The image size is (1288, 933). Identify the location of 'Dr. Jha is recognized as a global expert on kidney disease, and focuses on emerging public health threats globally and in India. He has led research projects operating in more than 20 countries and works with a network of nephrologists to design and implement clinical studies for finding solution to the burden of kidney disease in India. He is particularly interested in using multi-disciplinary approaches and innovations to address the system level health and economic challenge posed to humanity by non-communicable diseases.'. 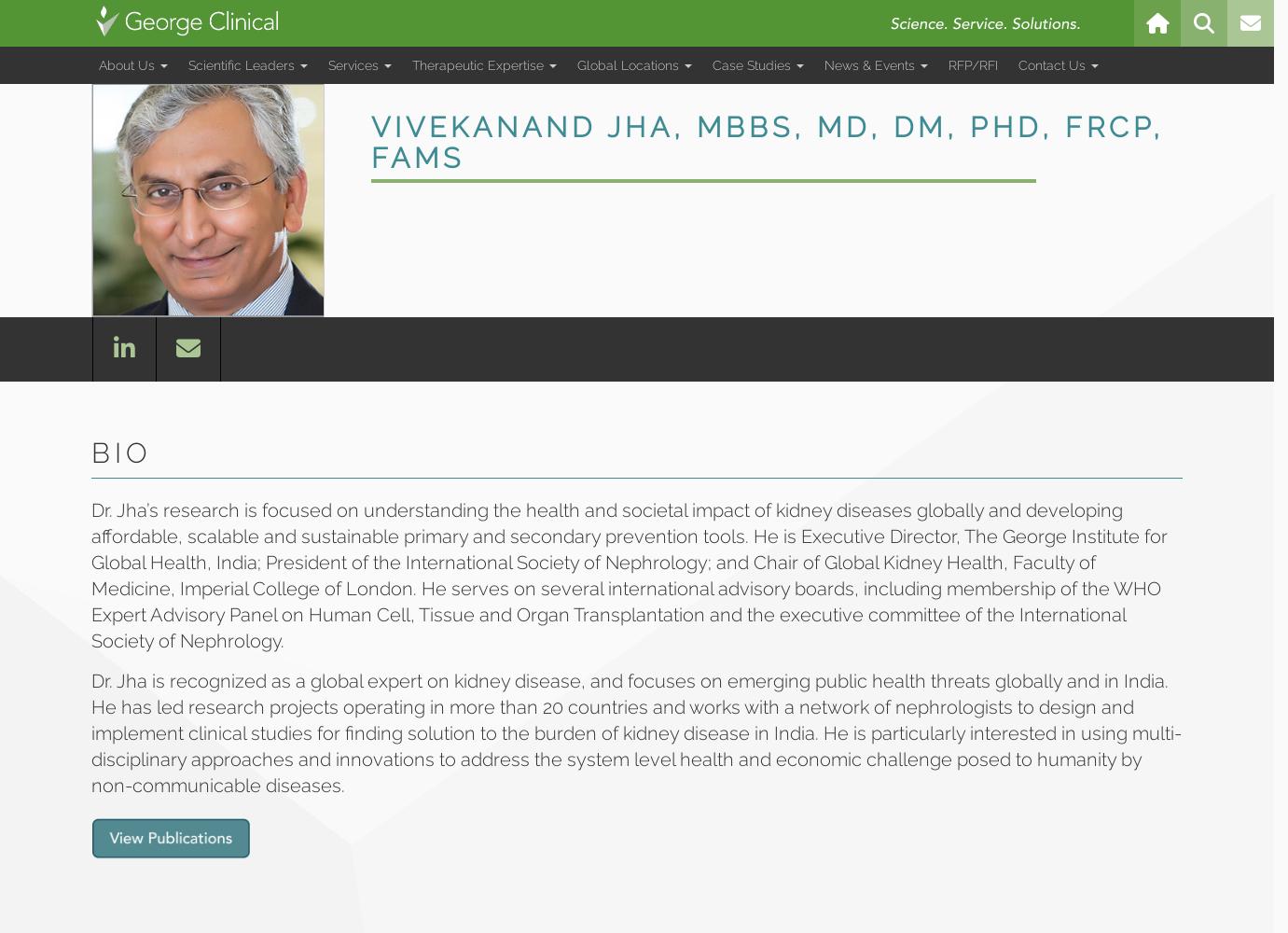
(91, 733).